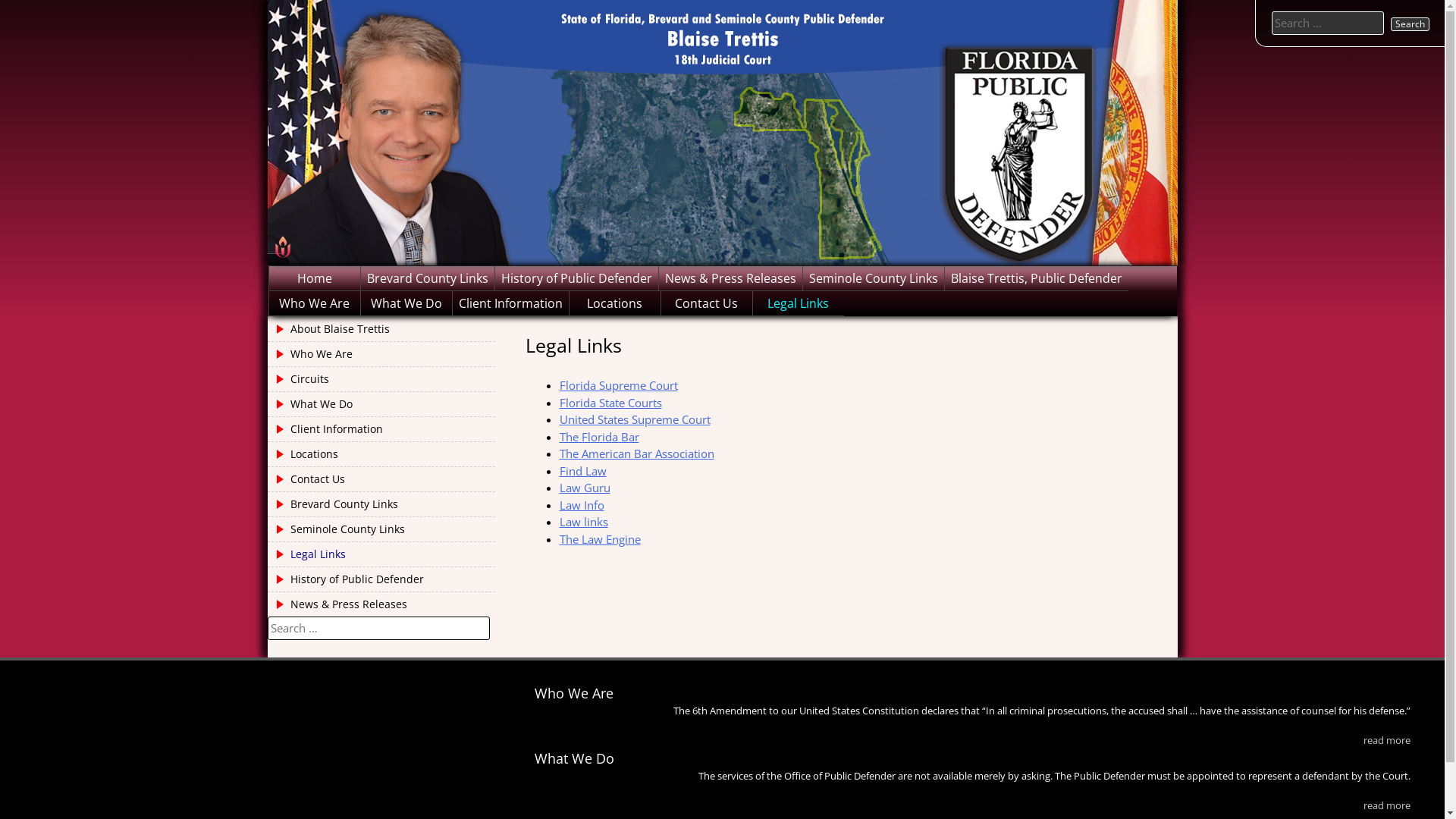  What do you see at coordinates (1386, 803) in the screenshot?
I see `'read more'` at bounding box center [1386, 803].